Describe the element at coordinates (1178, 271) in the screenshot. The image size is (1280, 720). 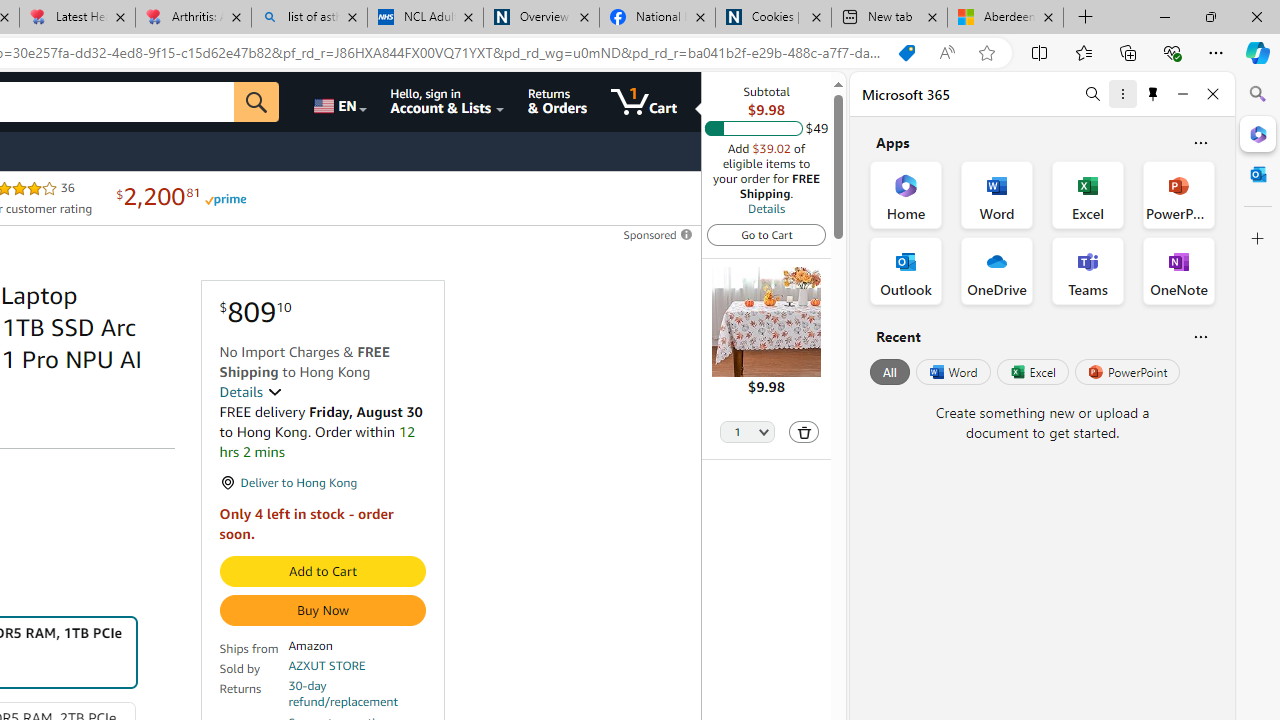
I see `'OneNote Office App'` at that location.